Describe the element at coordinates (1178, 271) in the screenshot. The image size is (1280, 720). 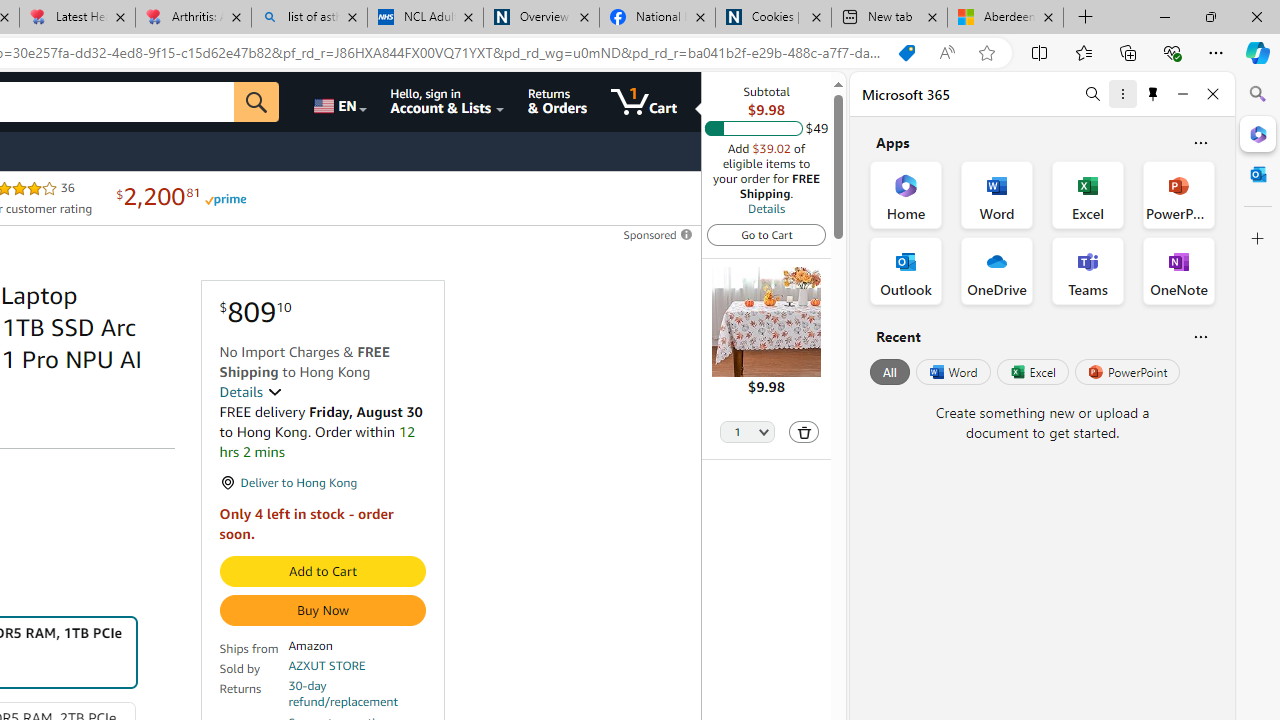
I see `'OneNote Office App'` at that location.